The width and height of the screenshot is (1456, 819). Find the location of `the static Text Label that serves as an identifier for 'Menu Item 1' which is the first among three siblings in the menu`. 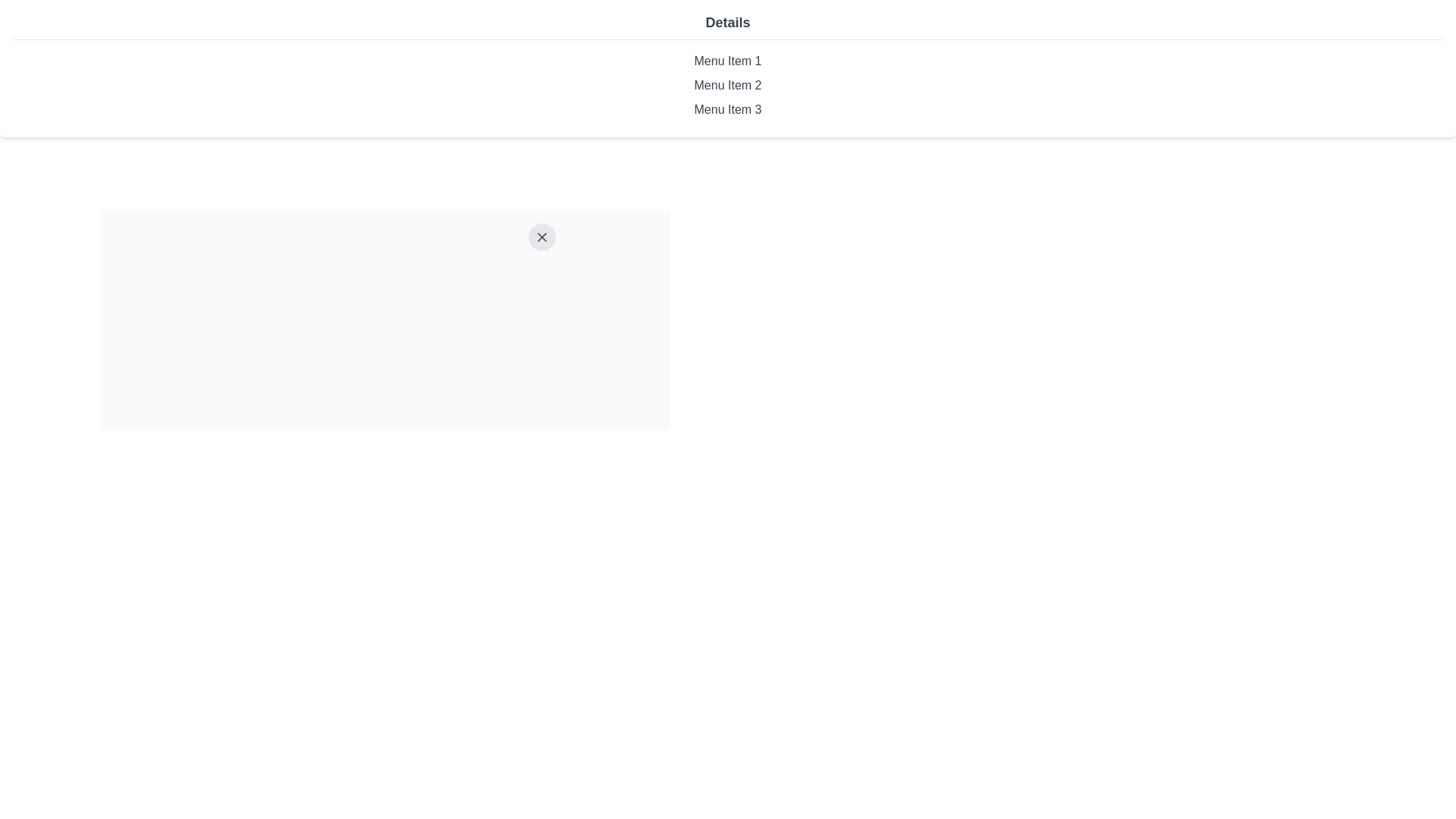

the static Text Label that serves as an identifier for 'Menu Item 1' which is the first among three siblings in the menu is located at coordinates (728, 61).